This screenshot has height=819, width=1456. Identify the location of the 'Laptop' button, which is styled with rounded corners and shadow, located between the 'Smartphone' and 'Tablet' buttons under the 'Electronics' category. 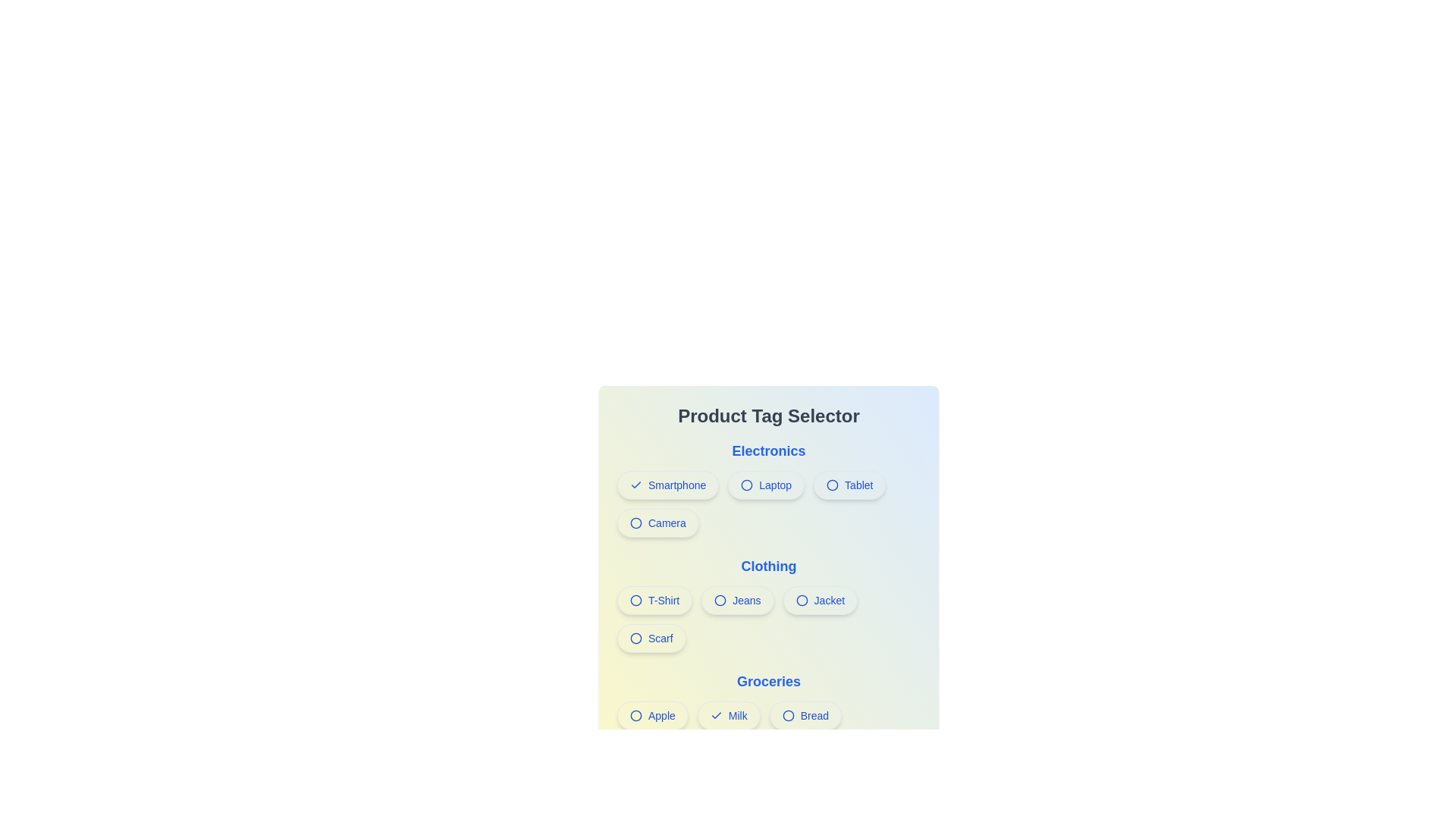
(768, 488).